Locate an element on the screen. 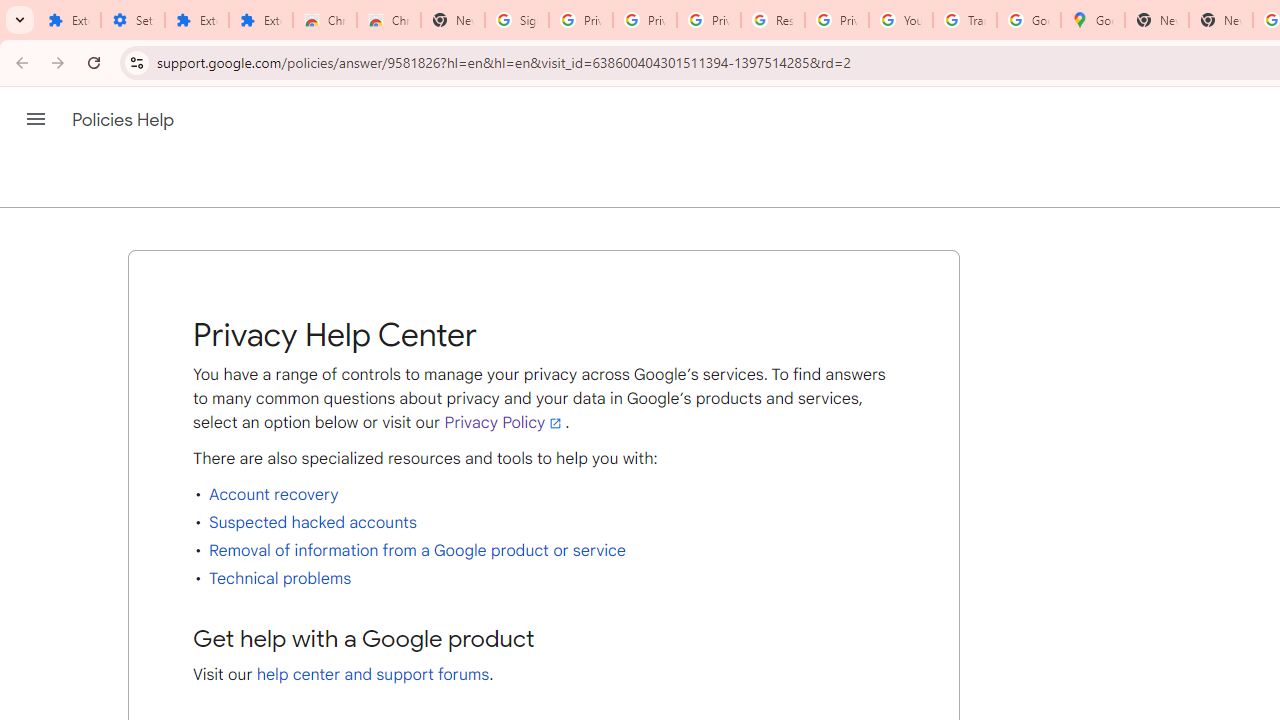 Image resolution: width=1280 pixels, height=720 pixels. 'Removal of information from a Google product or service' is located at coordinates (416, 550).